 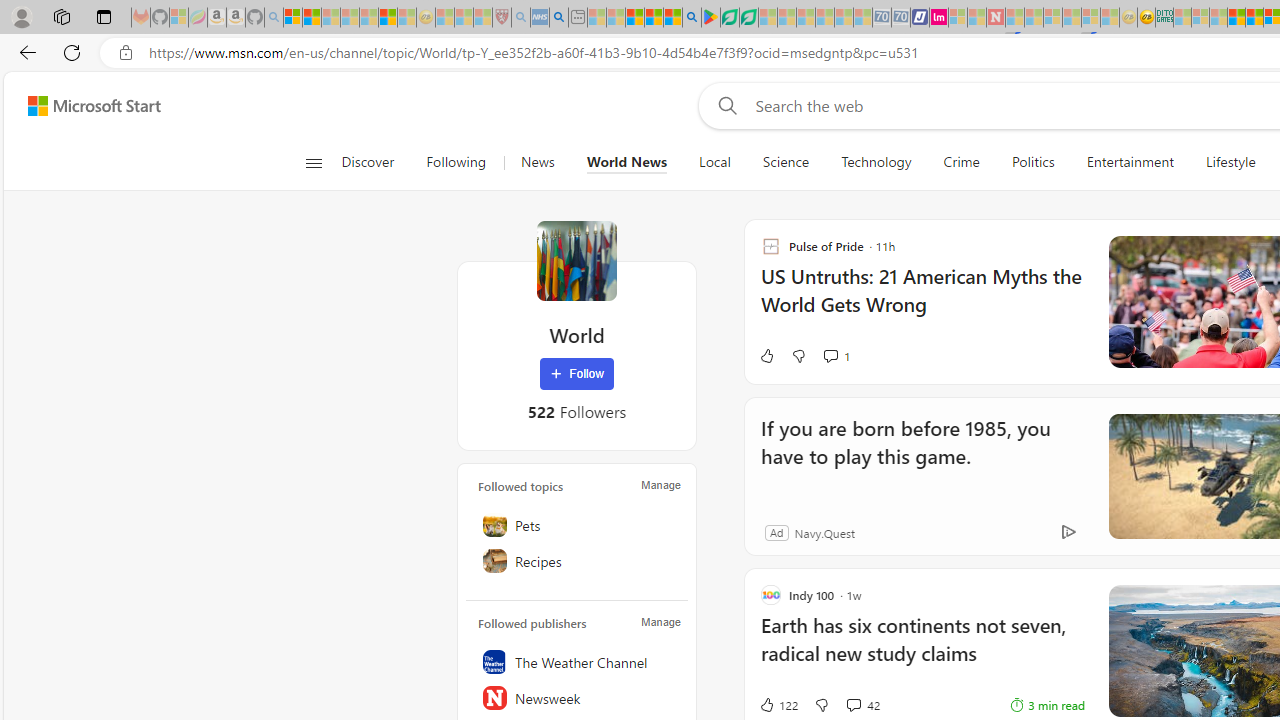 What do you see at coordinates (1129, 162) in the screenshot?
I see `'Entertainment'` at bounding box center [1129, 162].